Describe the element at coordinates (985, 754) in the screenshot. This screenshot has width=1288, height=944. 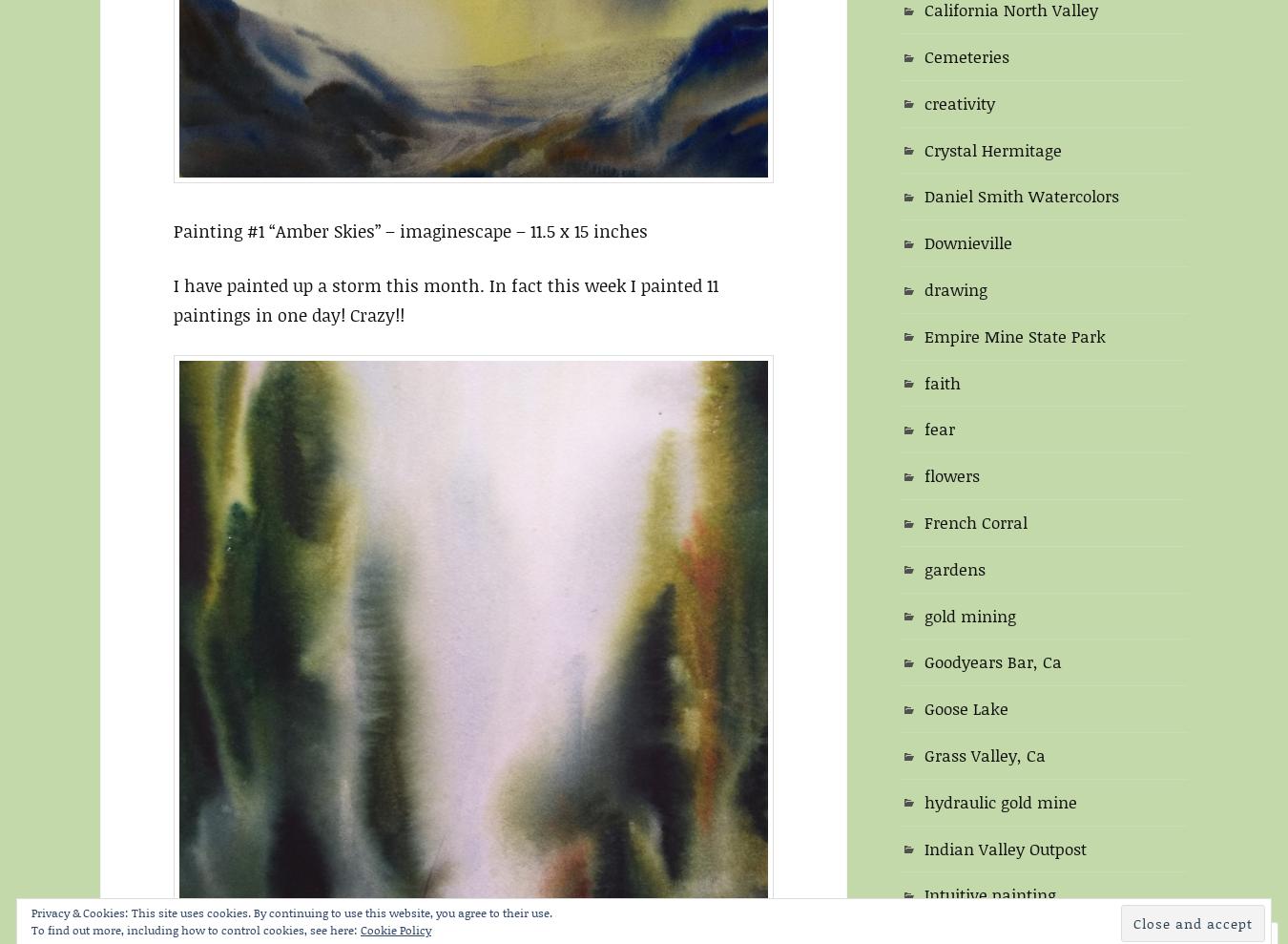
I see `'Grass Valley, Ca'` at that location.